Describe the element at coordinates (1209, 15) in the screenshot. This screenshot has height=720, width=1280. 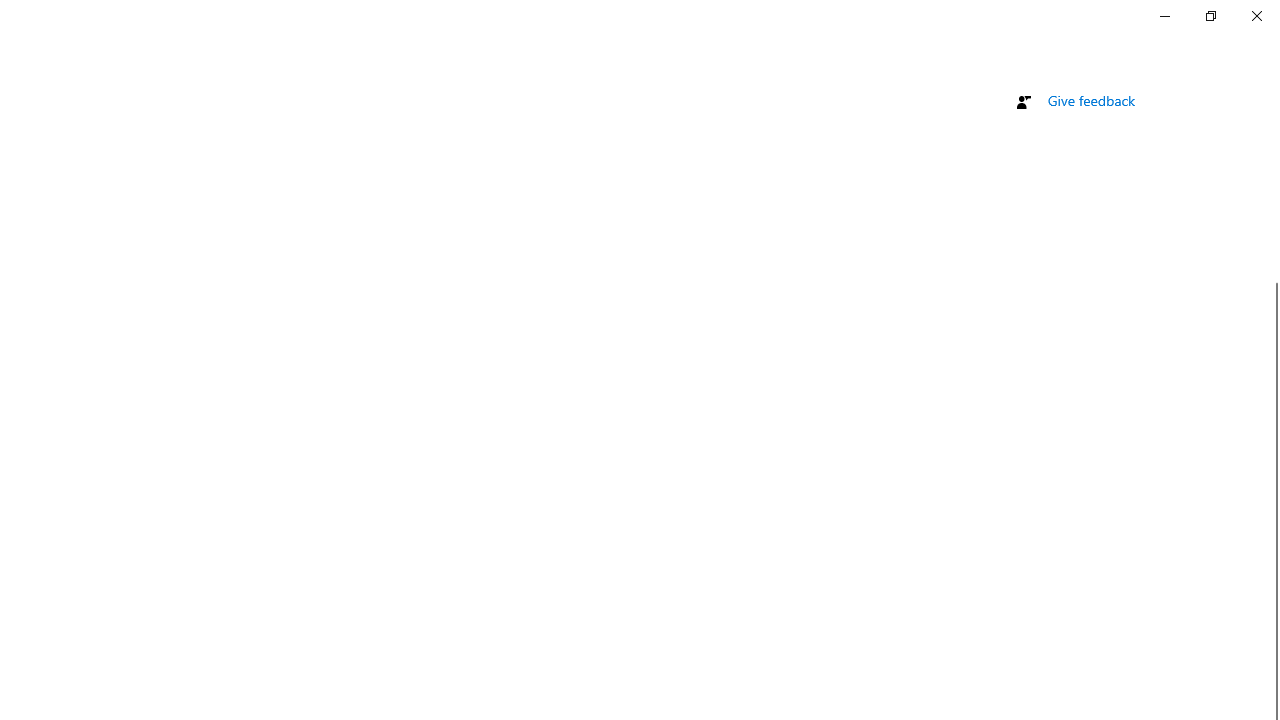
I see `'Restore Settings'` at that location.